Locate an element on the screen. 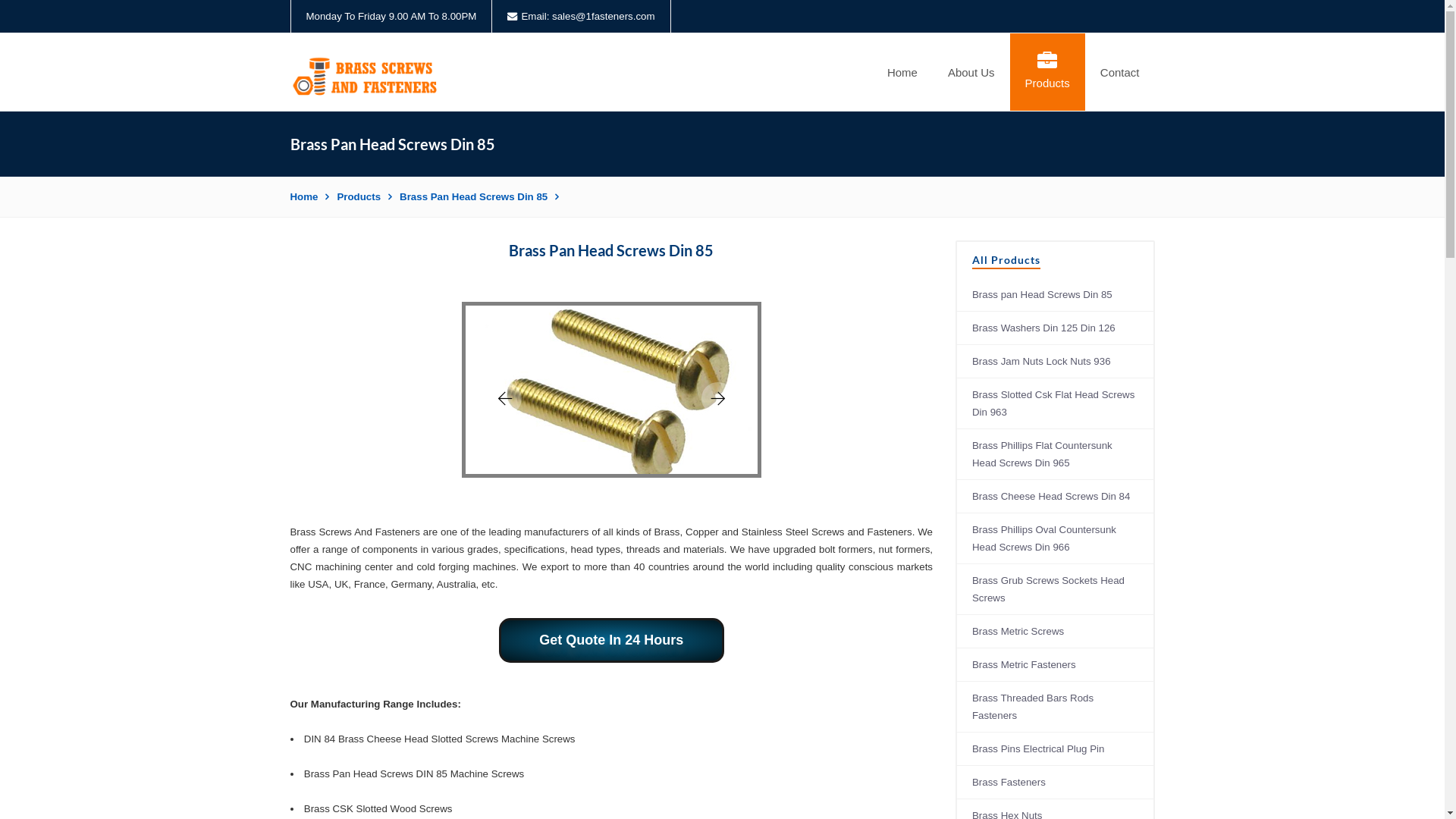 The width and height of the screenshot is (1456, 819). 'Brass Jam Nuts Lock Nuts 936' is located at coordinates (956, 362).